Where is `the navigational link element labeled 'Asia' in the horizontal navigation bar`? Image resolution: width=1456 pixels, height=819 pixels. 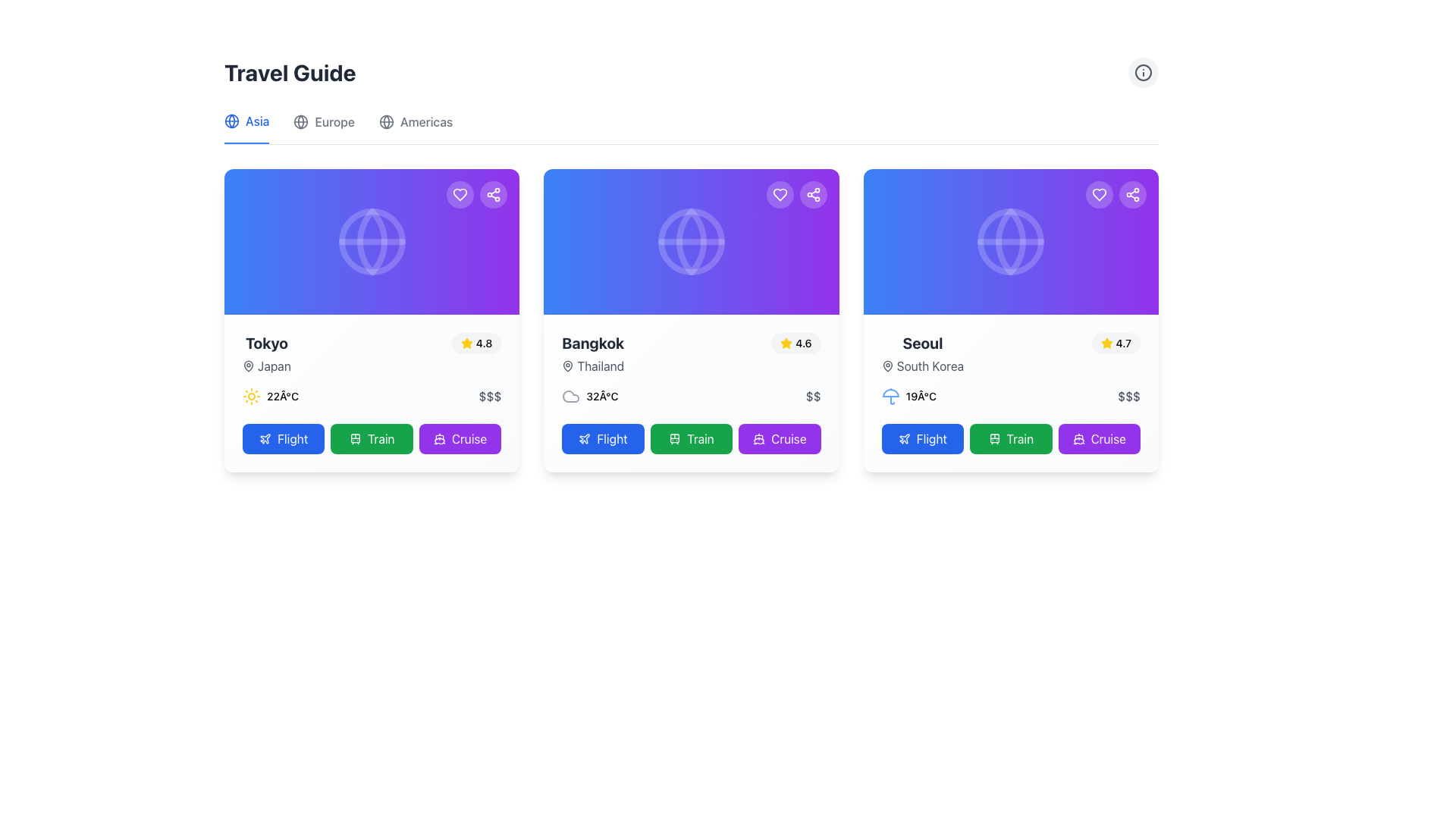
the navigational link element labeled 'Asia' in the horizontal navigation bar is located at coordinates (246, 127).